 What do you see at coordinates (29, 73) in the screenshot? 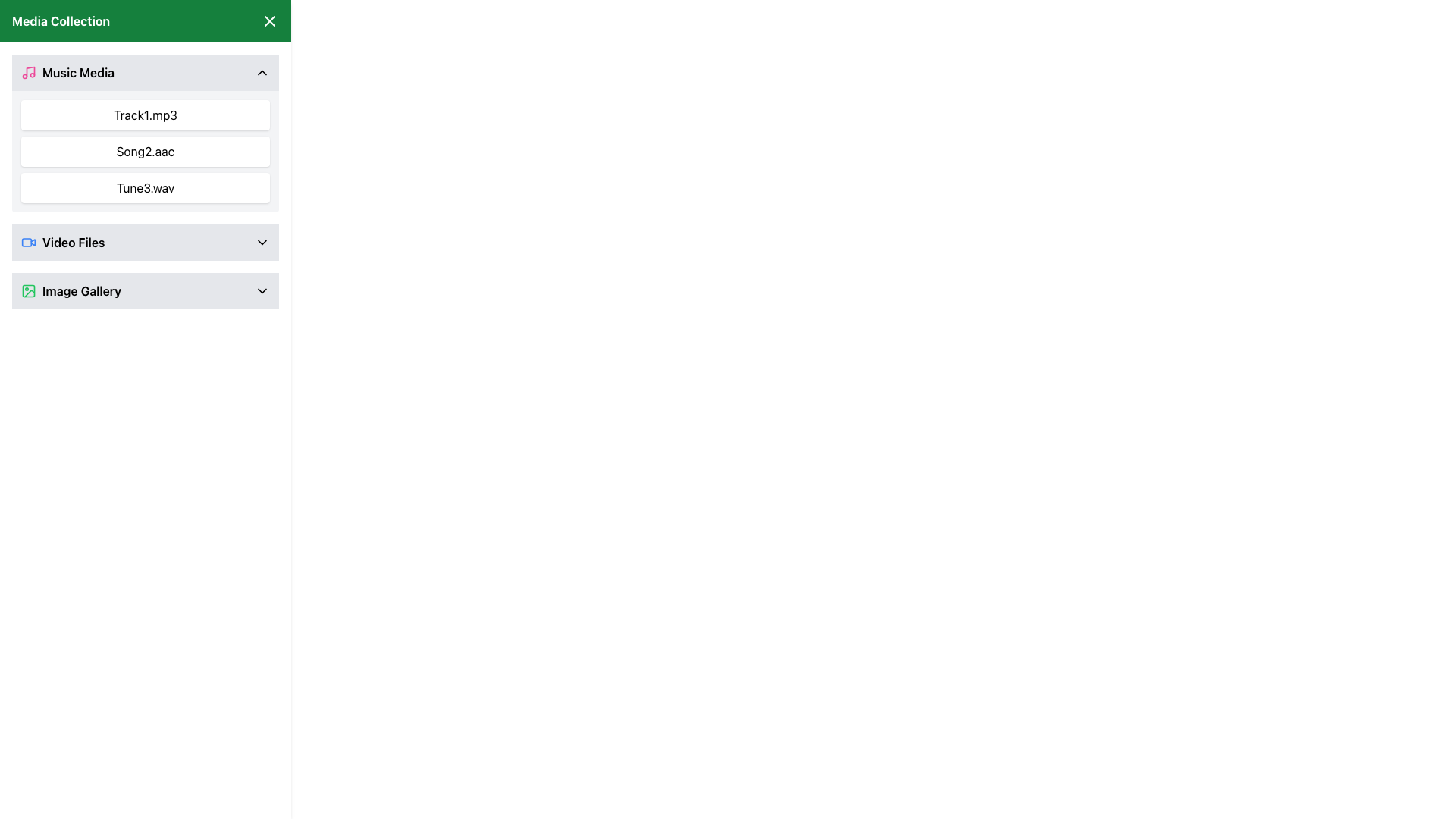
I see `the pink musical note icon` at bounding box center [29, 73].